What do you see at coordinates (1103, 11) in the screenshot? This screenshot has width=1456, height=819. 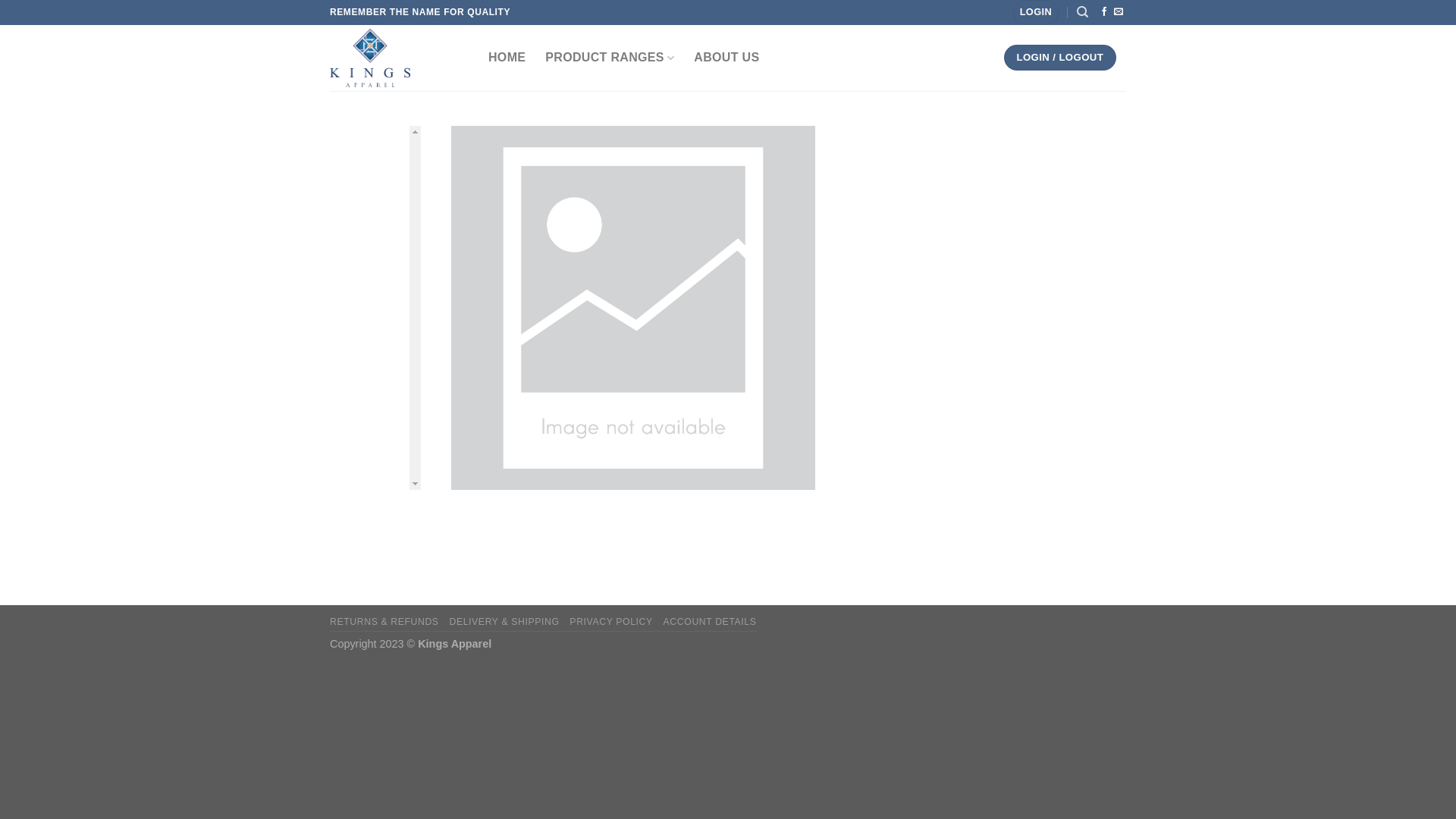 I see `'Follow on Facebook'` at bounding box center [1103, 11].